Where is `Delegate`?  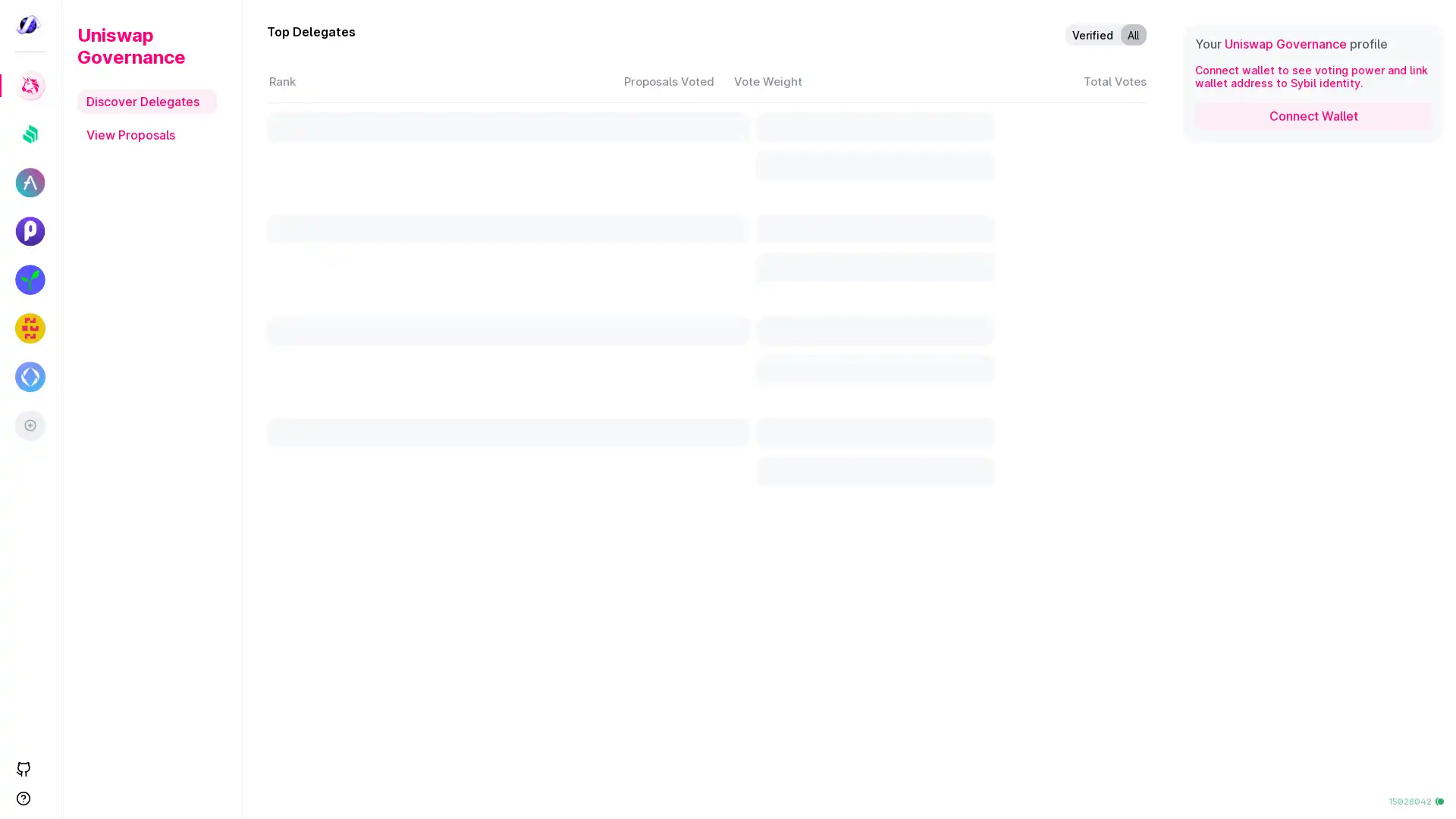 Delegate is located at coordinates (1006, 255).